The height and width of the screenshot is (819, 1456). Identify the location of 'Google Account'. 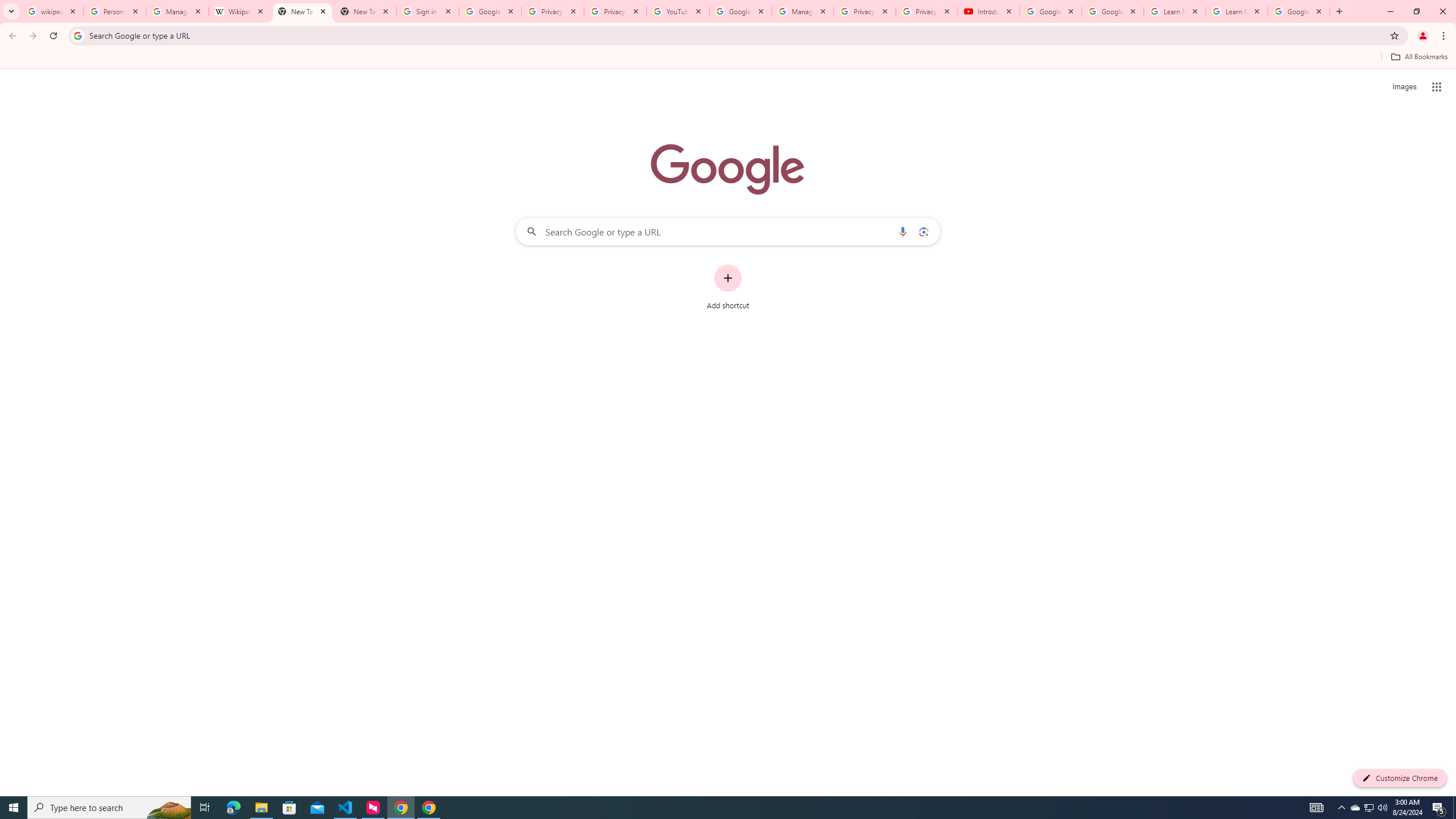
(1298, 11).